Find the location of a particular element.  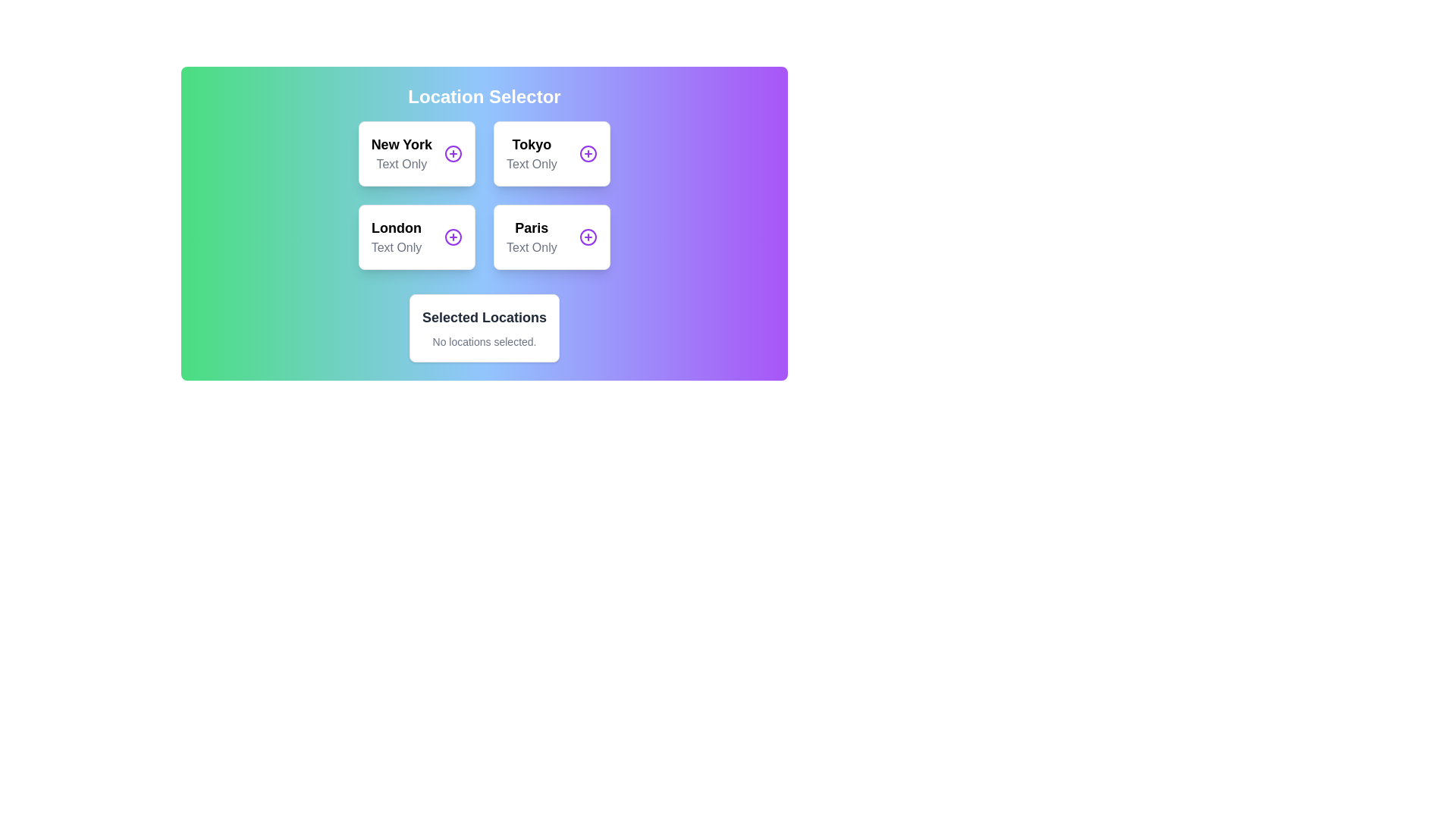

the decorative icon located in the bottom-right of the 'Paris' card in the grid of city options is located at coordinates (588, 237).